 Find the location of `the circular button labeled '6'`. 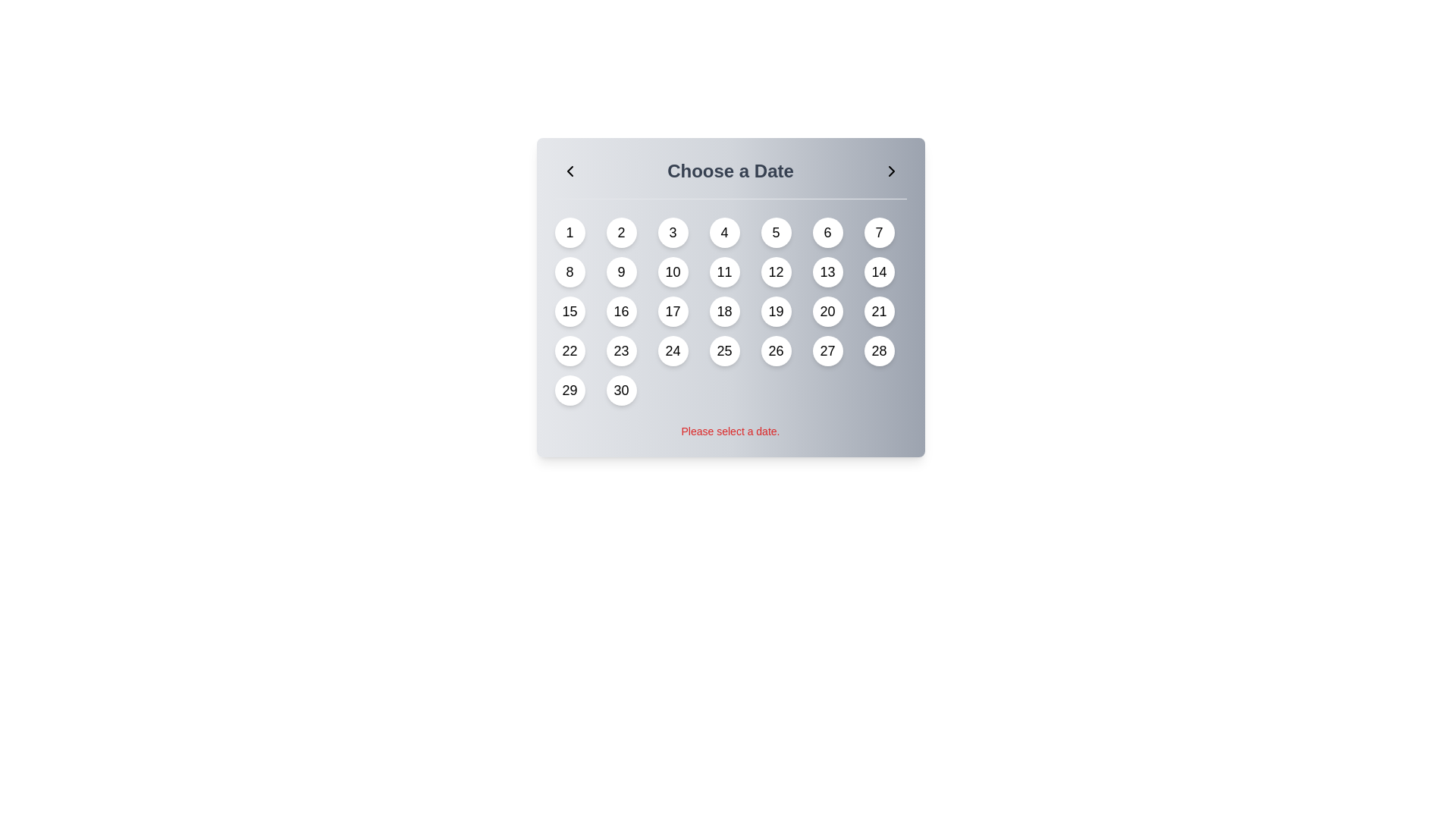

the circular button labeled '6' is located at coordinates (827, 233).